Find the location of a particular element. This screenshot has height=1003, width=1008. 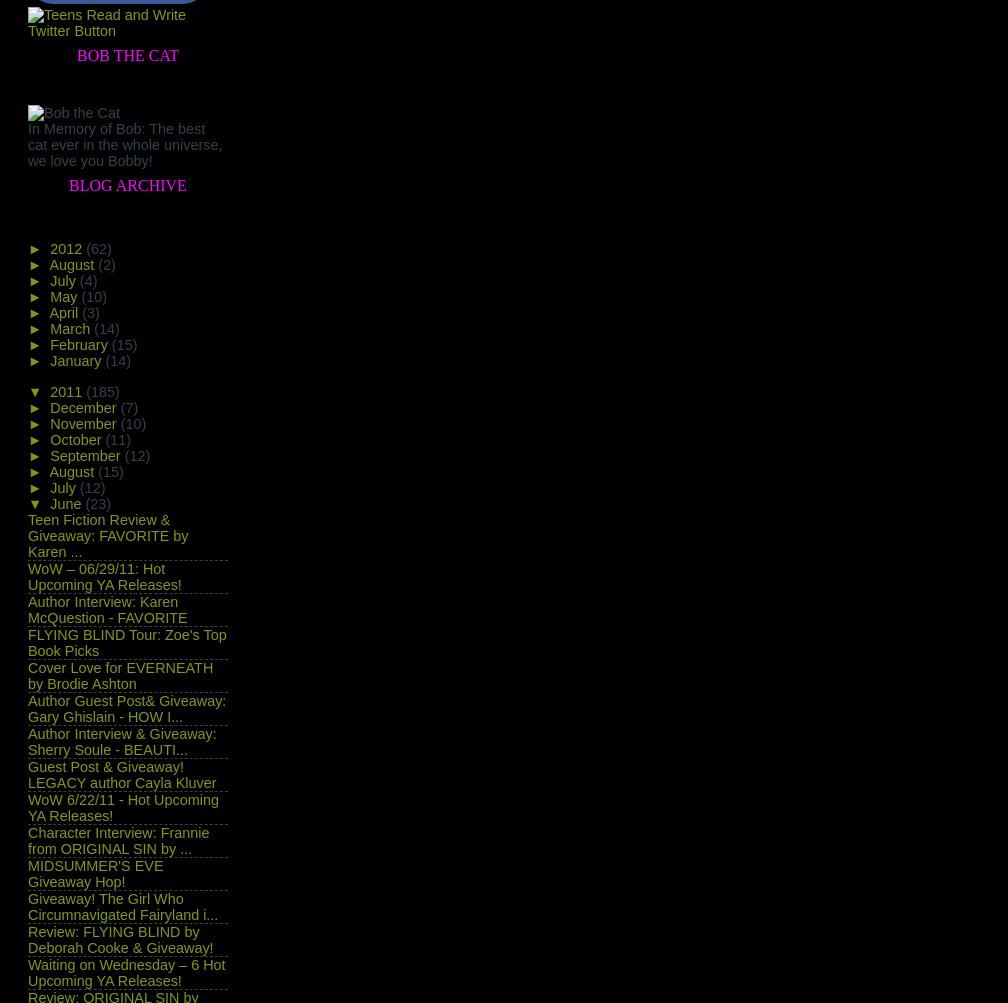

'FLYING BLIND Tour: Zoe's Top Book Picks' is located at coordinates (127, 642).